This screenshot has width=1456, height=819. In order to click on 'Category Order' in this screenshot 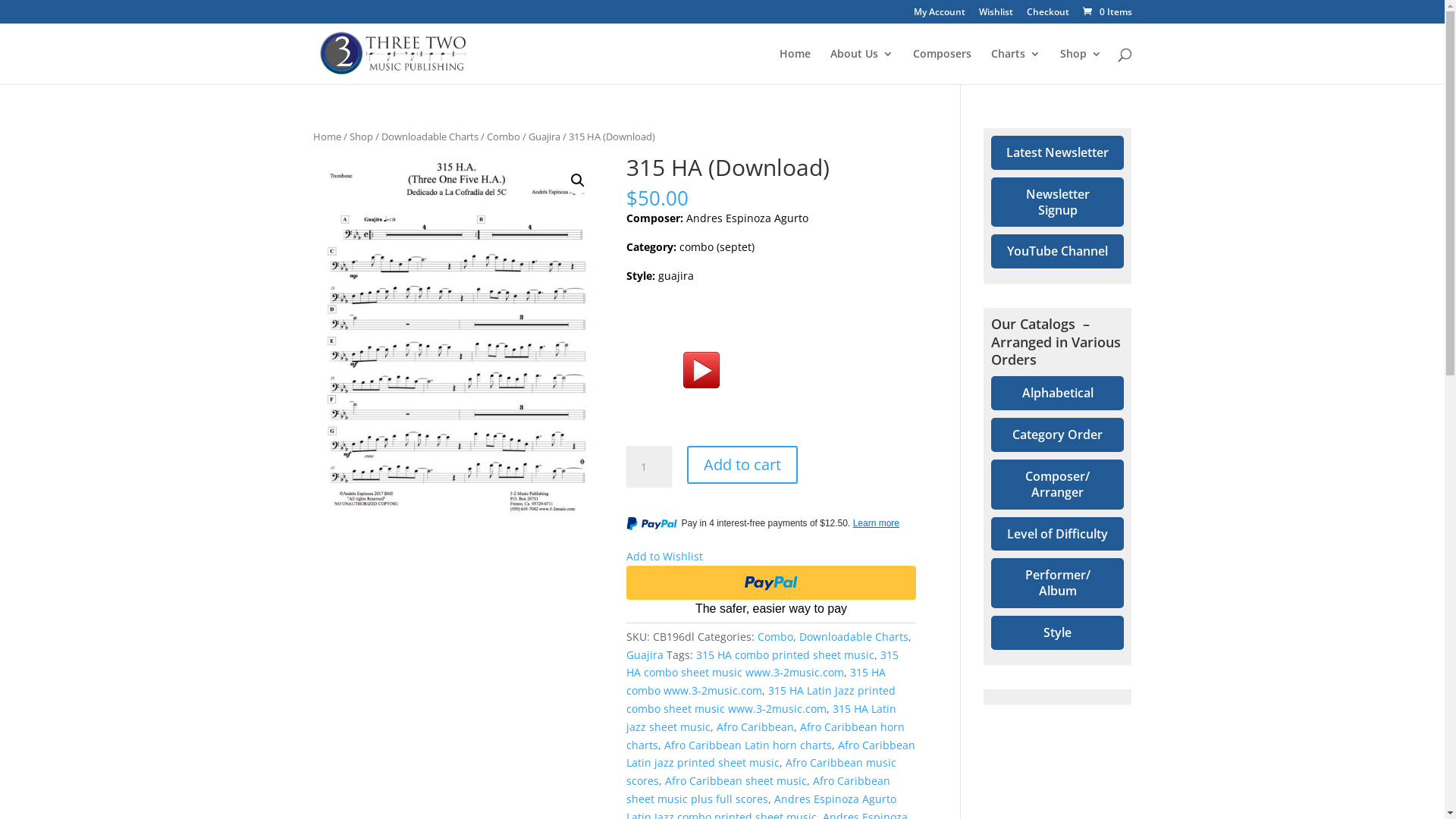, I will do `click(1056, 435)`.